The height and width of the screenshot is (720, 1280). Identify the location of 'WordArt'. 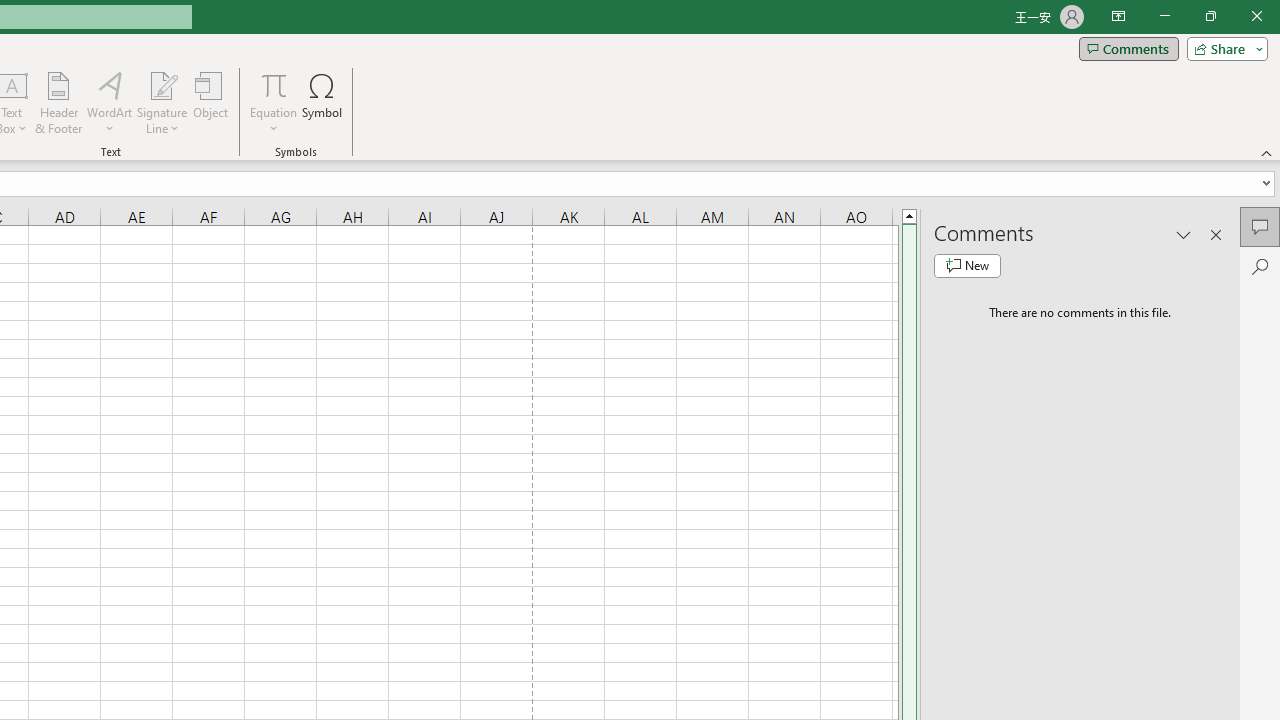
(108, 103).